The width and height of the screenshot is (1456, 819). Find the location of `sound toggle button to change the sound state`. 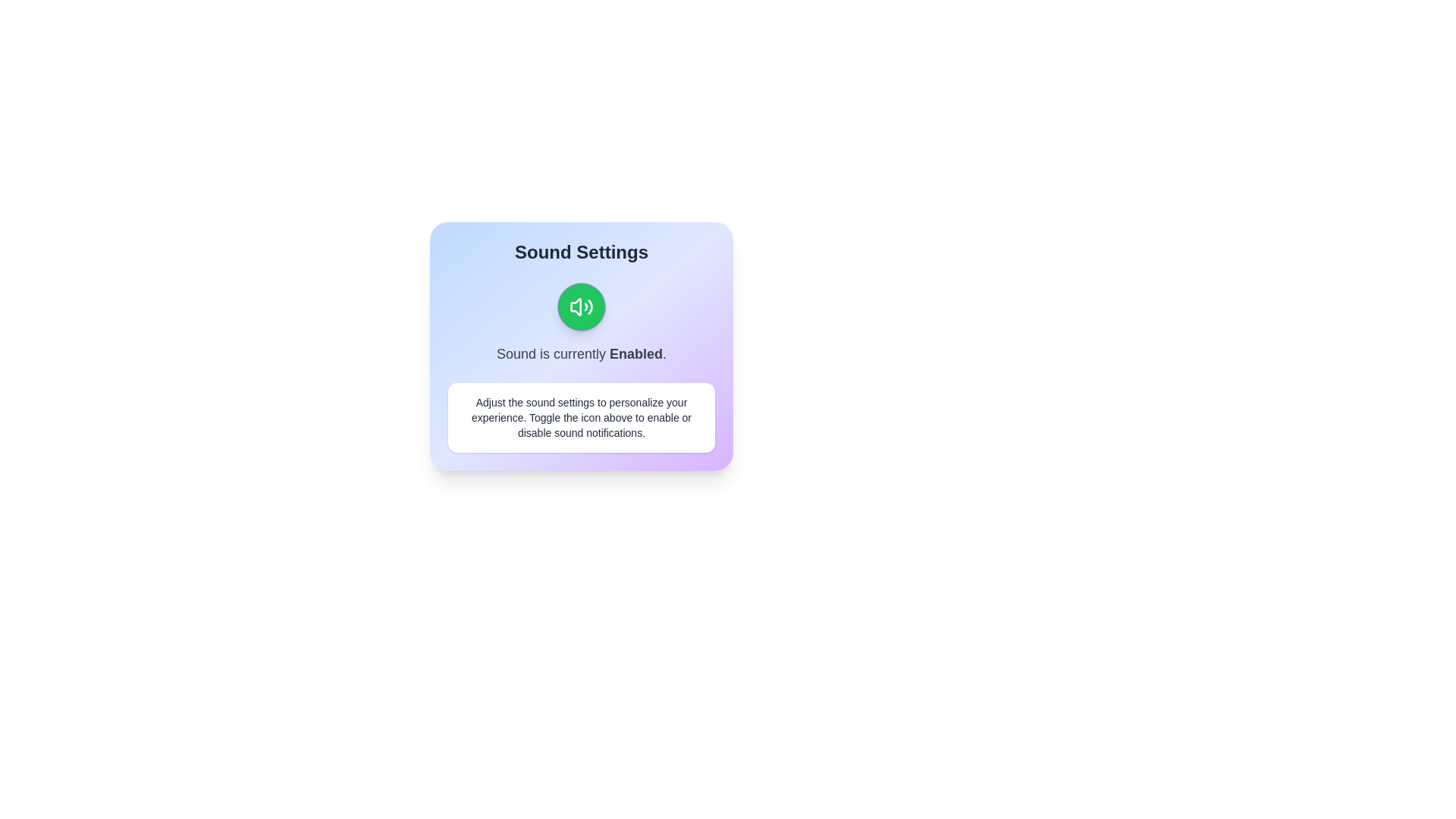

sound toggle button to change the sound state is located at coordinates (581, 307).